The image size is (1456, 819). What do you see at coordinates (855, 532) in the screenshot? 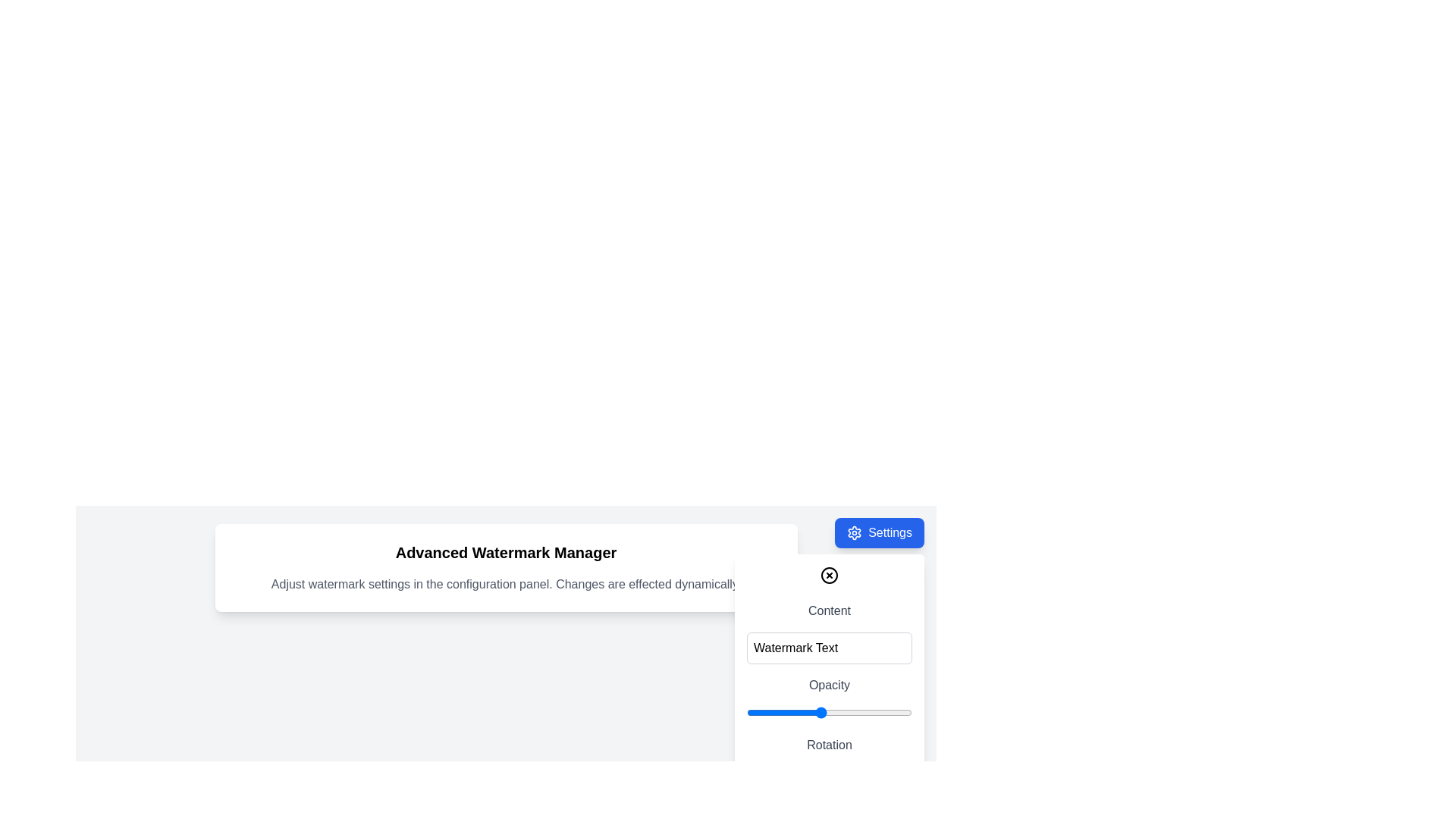
I see `the blue gear icon, which symbolizes settings` at bounding box center [855, 532].